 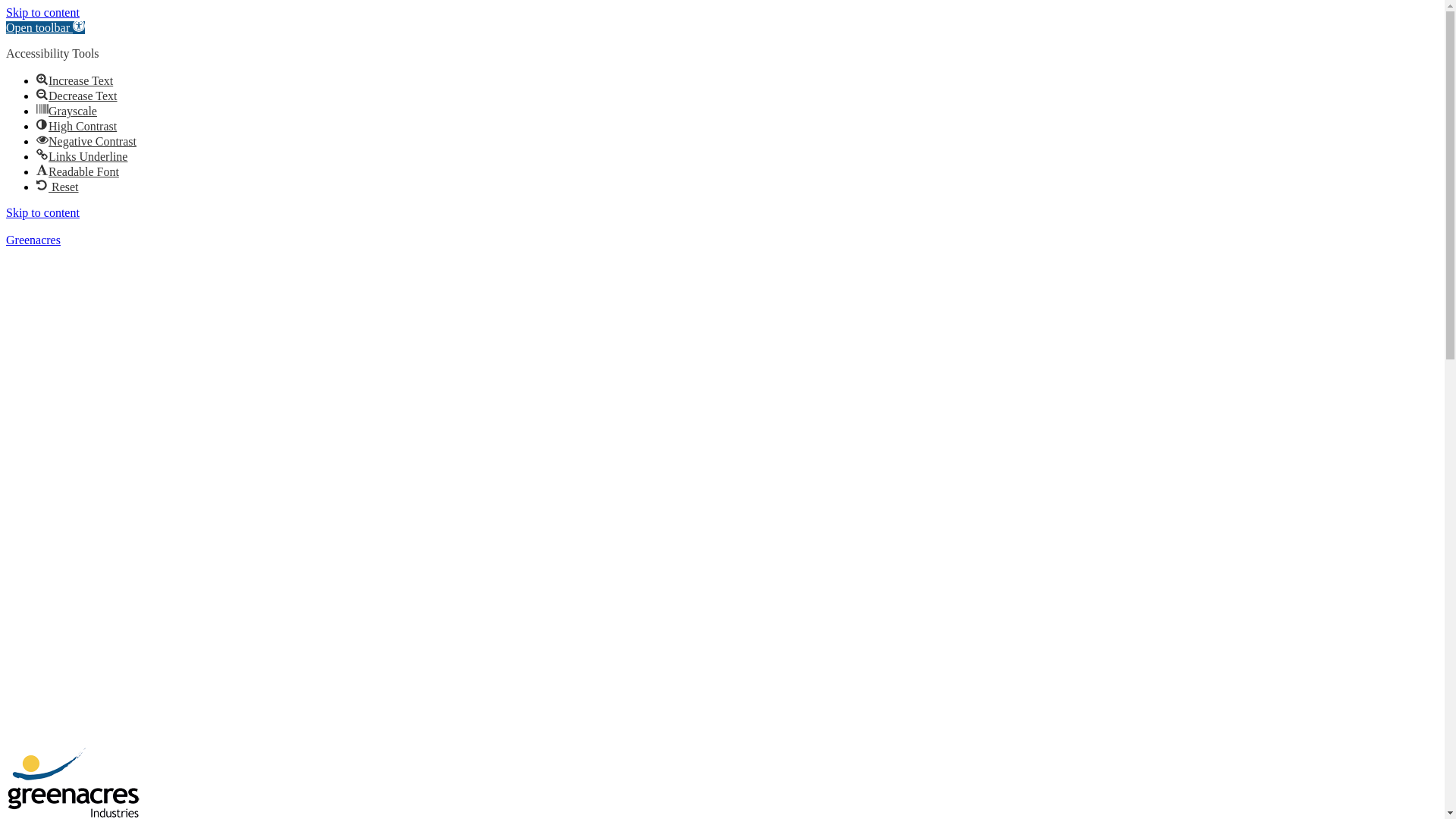 I want to click on 'High ContrastHigh Contrast', so click(x=36, y=125).